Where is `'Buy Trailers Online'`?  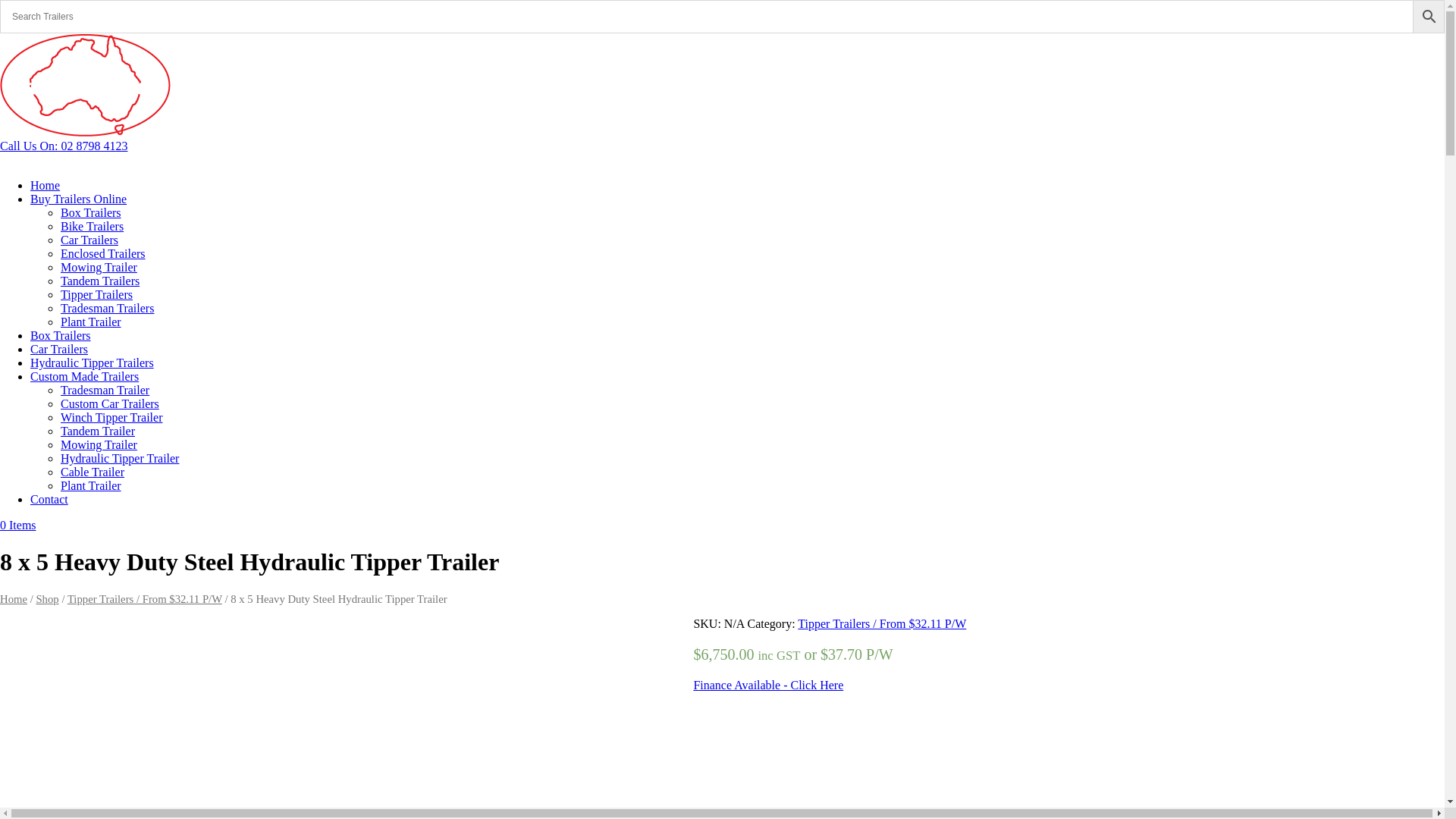 'Buy Trailers Online' is located at coordinates (77, 198).